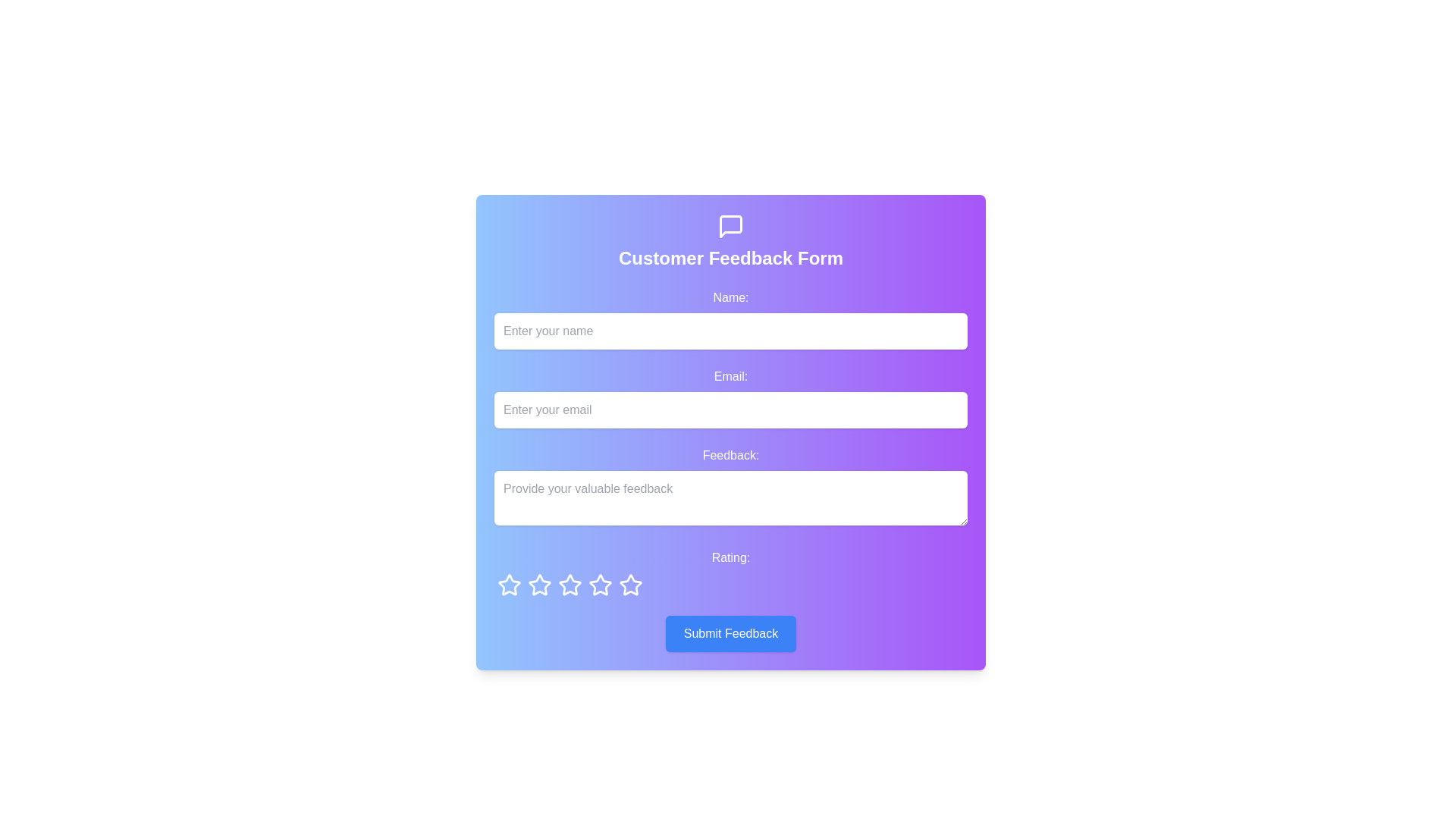 This screenshot has height=819, width=1456. What do you see at coordinates (731, 298) in the screenshot?
I see `the 'Name:' text label, which is styled with a white bold font and positioned above the name input field on a gradient background` at bounding box center [731, 298].